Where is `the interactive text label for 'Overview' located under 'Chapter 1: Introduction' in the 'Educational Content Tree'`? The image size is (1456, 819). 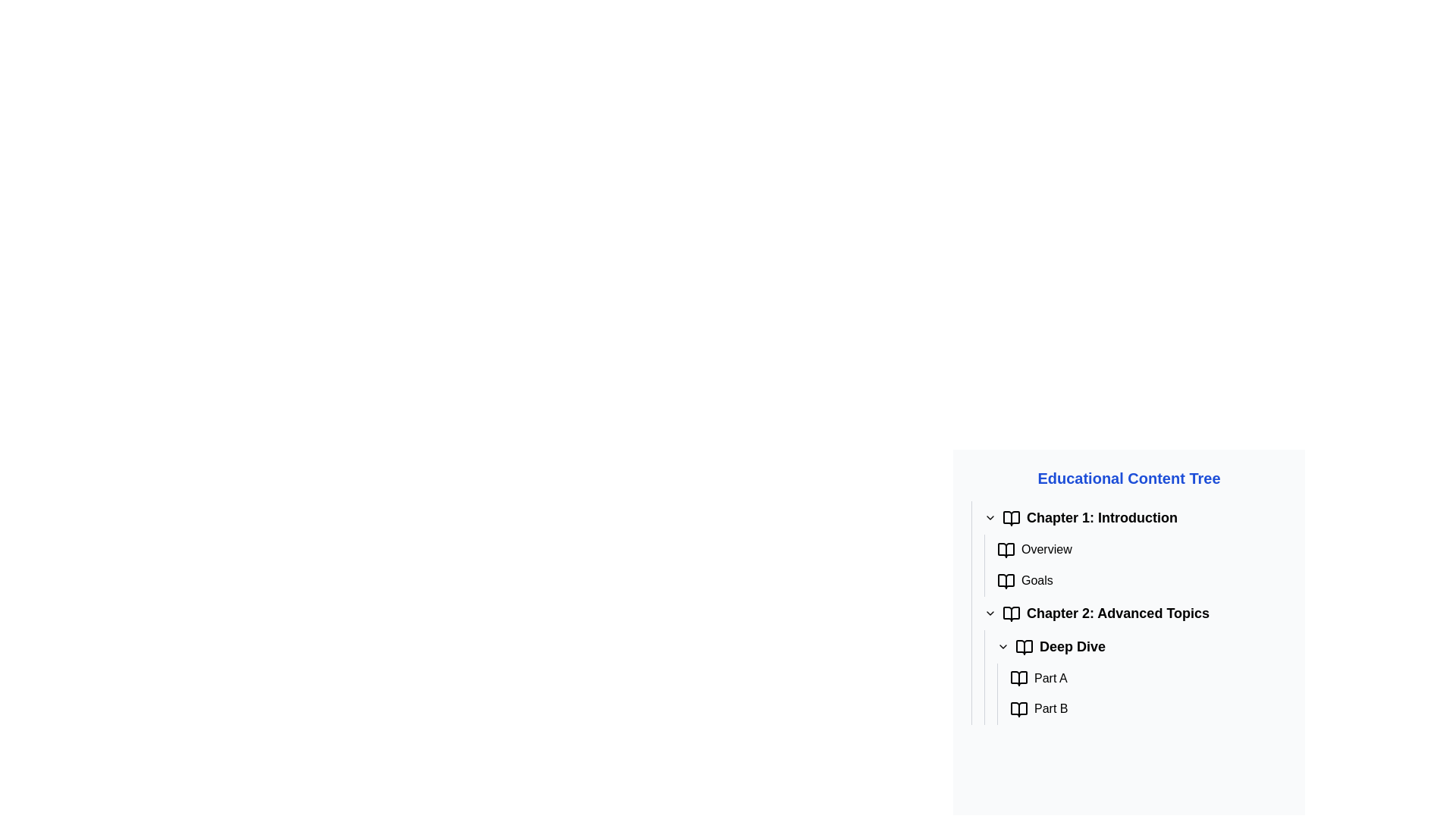 the interactive text label for 'Overview' located under 'Chapter 1: Introduction' in the 'Educational Content Tree' is located at coordinates (1034, 550).